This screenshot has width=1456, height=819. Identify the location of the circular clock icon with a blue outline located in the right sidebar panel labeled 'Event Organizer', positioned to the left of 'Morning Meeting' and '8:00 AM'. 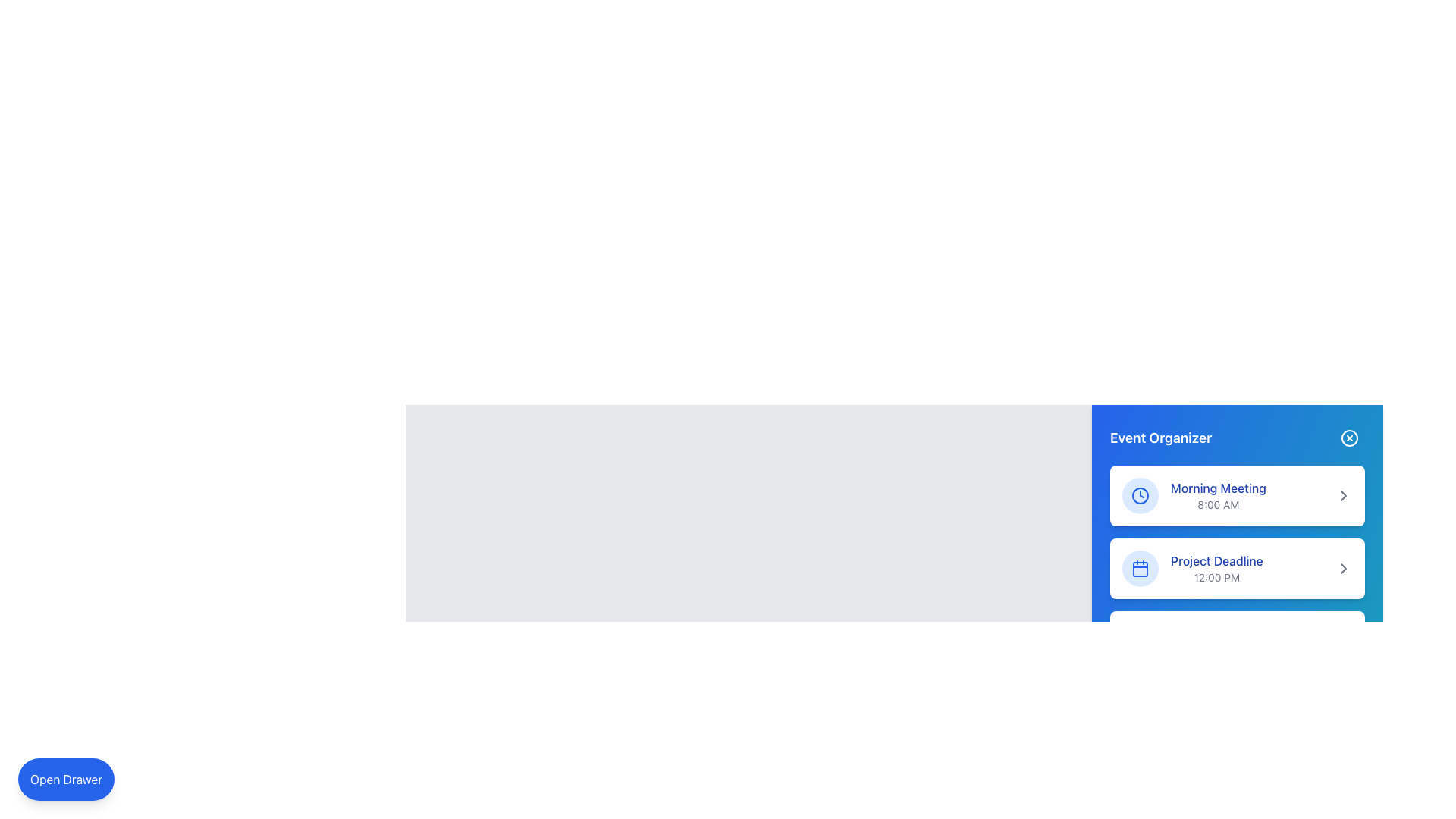
(1140, 496).